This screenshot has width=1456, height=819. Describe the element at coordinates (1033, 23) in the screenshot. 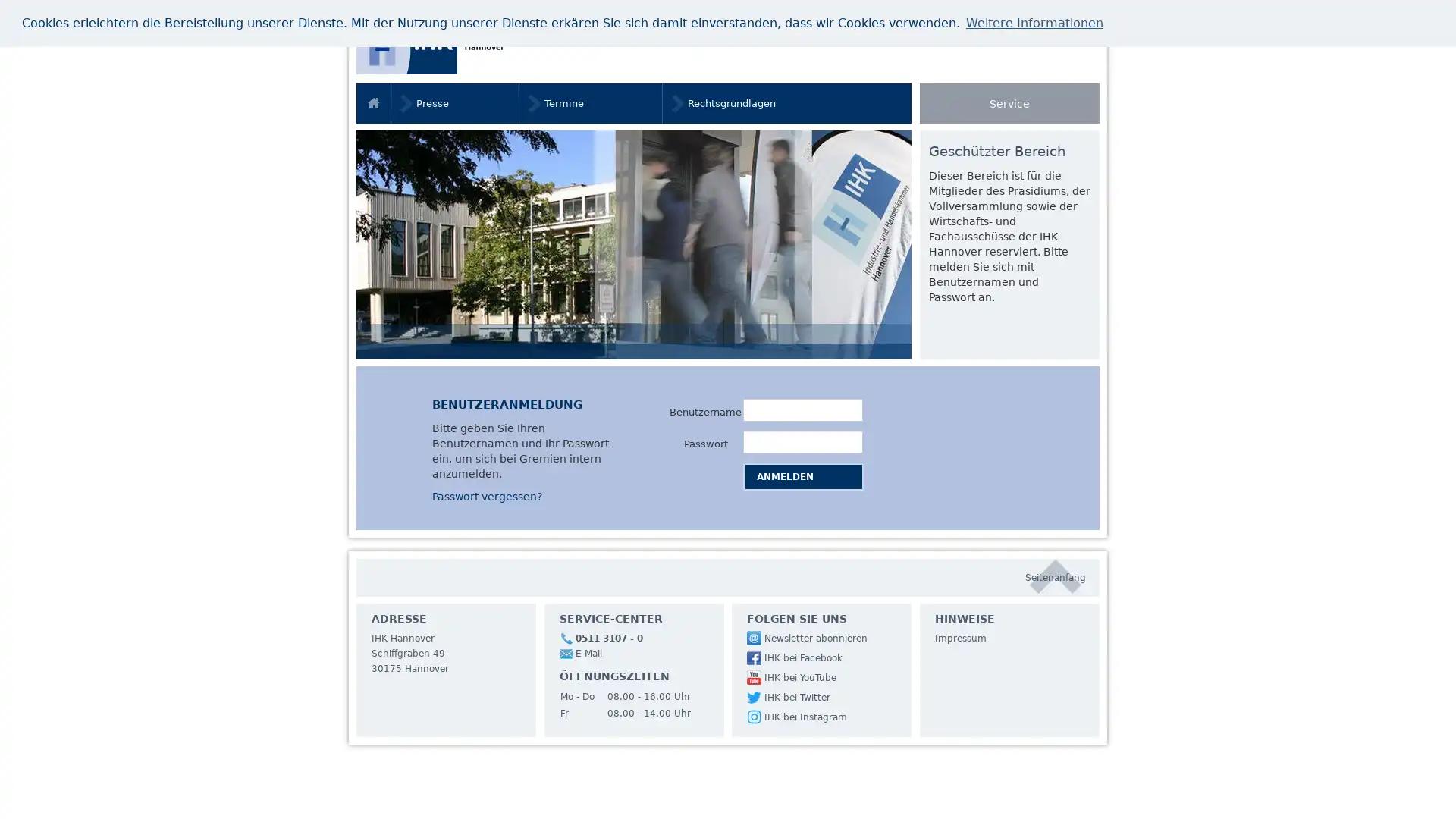

I see `learn more about cookies` at that location.